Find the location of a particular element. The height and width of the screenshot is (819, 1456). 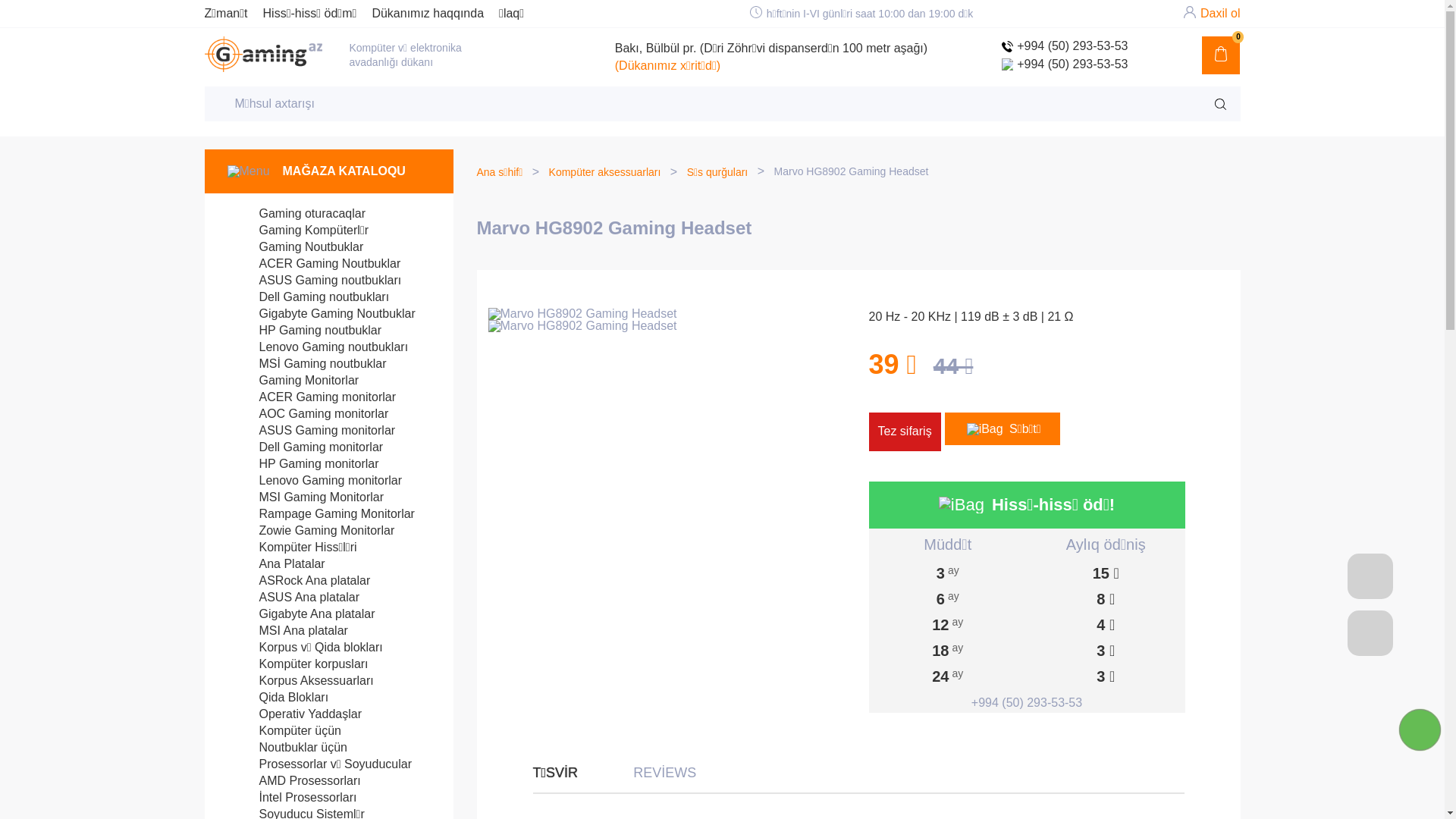

'Gigabyte Gaming Noutbuklar' is located at coordinates (320, 312).